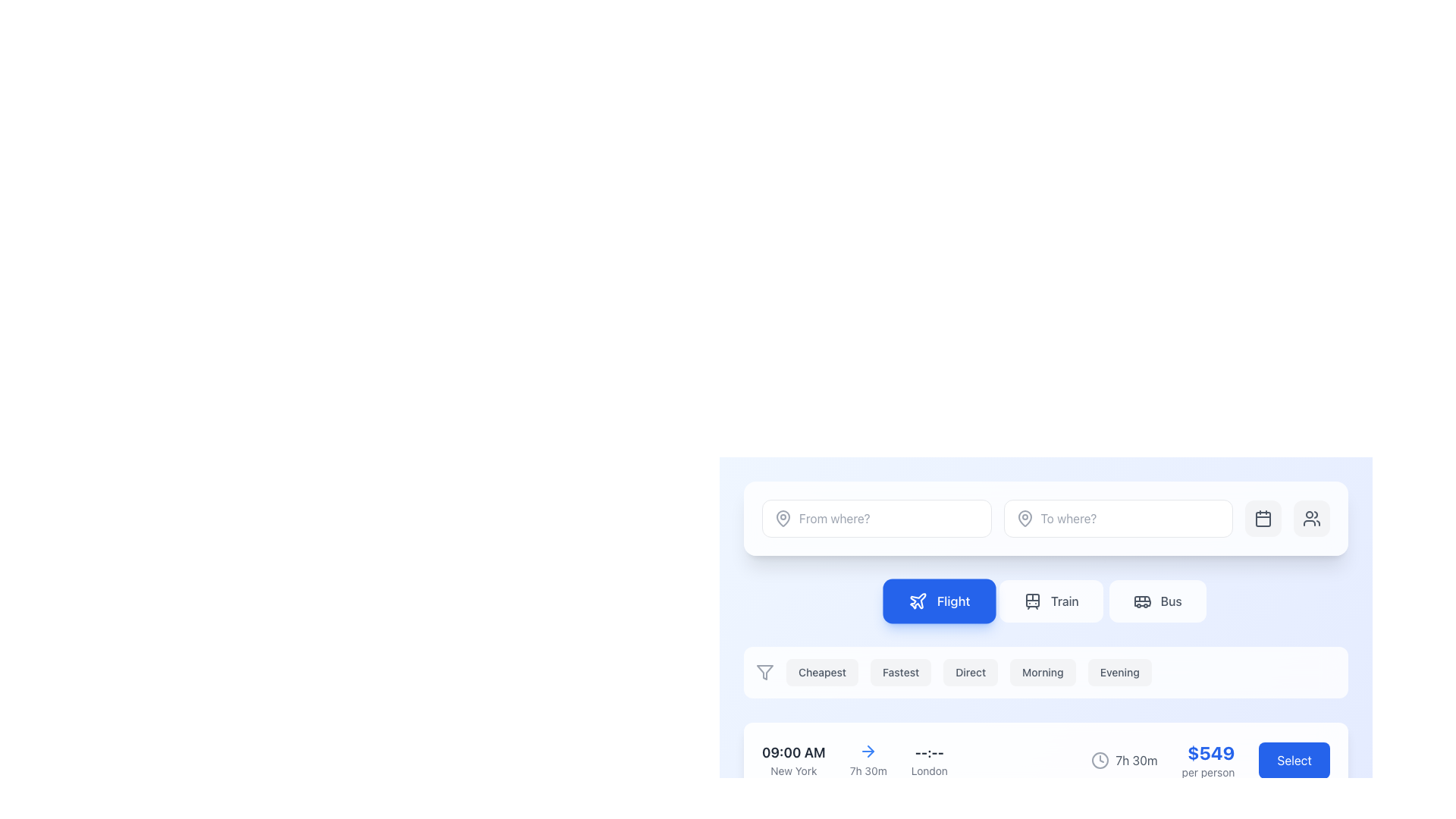  Describe the element at coordinates (1045, 760) in the screenshot. I see `flight details from the Composite element displaying flight information and the interactive 'Select' button located at the bottom of the options list` at that location.